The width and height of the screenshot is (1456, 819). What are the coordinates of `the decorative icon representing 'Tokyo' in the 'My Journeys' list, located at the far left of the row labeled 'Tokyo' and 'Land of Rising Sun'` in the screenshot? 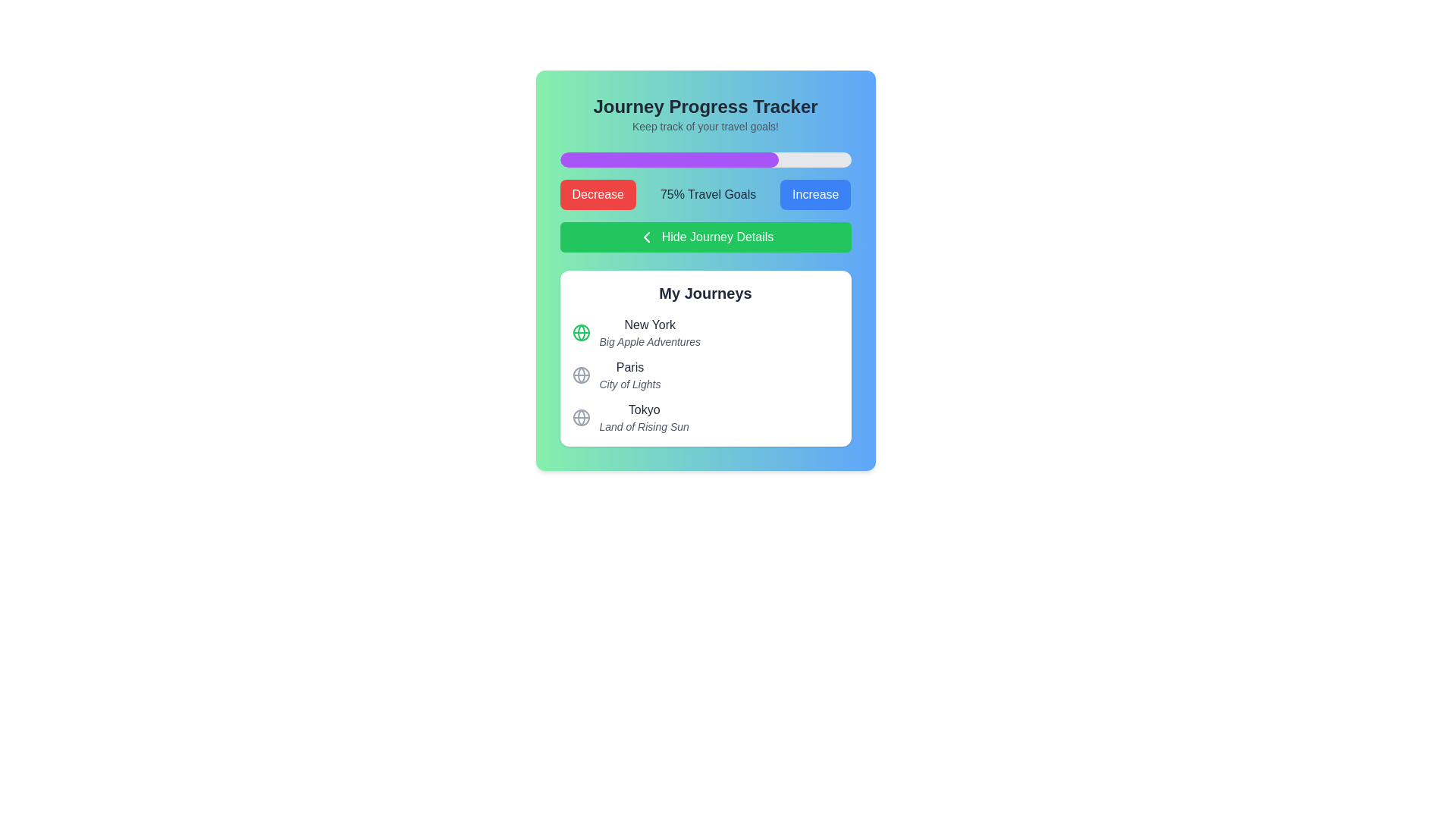 It's located at (580, 418).